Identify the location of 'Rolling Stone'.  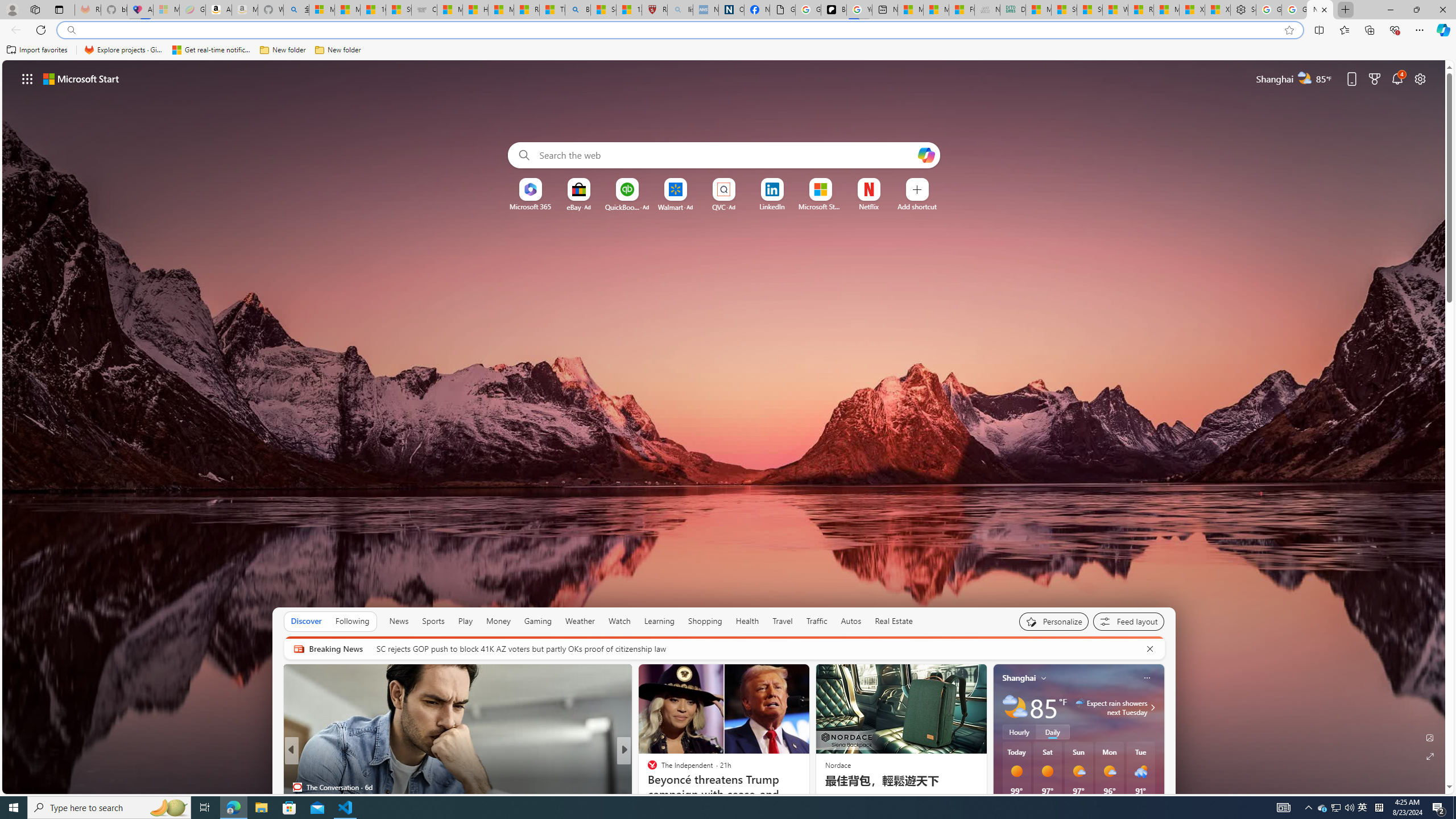
(647, 768).